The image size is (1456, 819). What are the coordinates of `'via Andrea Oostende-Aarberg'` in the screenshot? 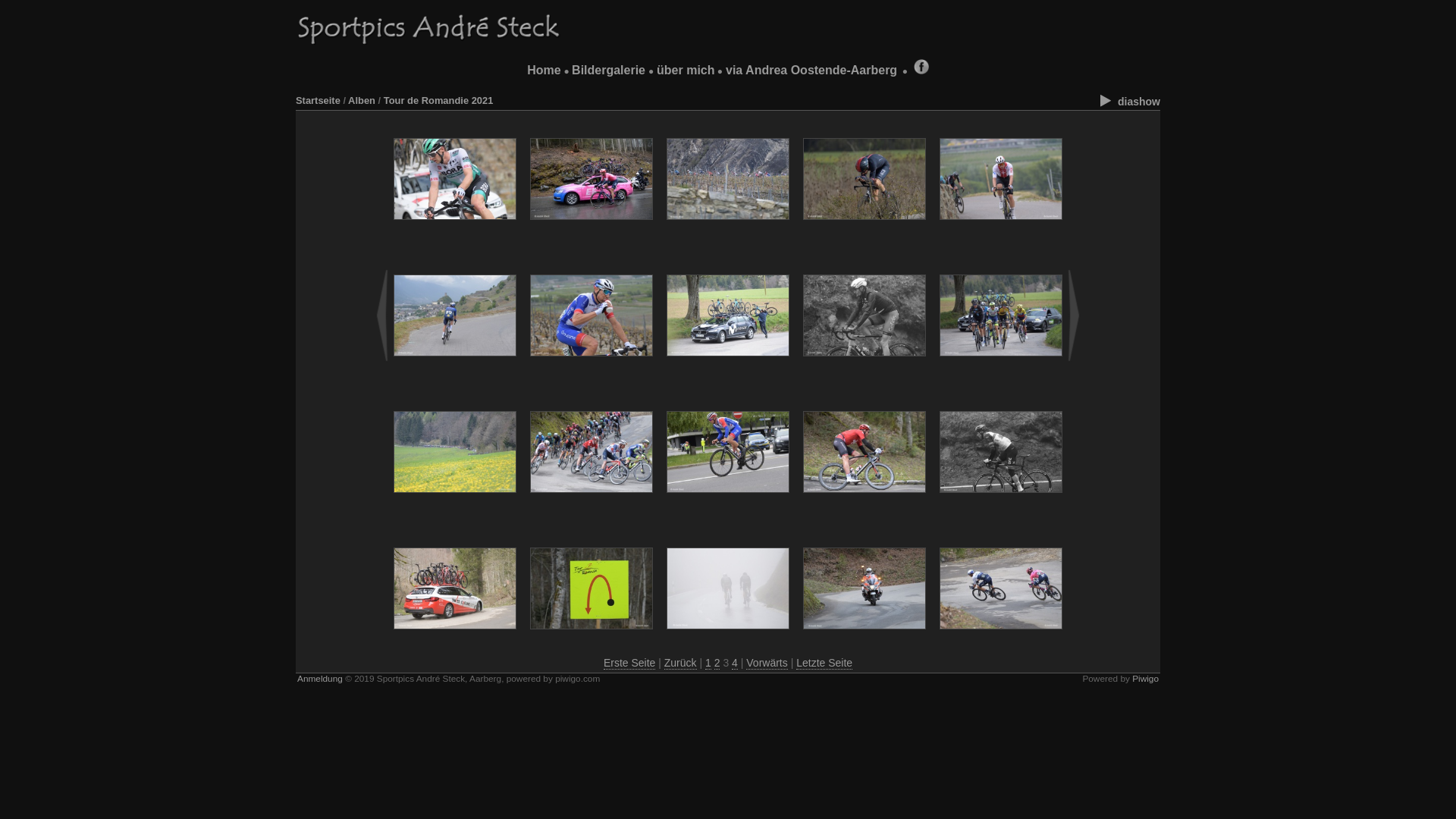 It's located at (811, 70).